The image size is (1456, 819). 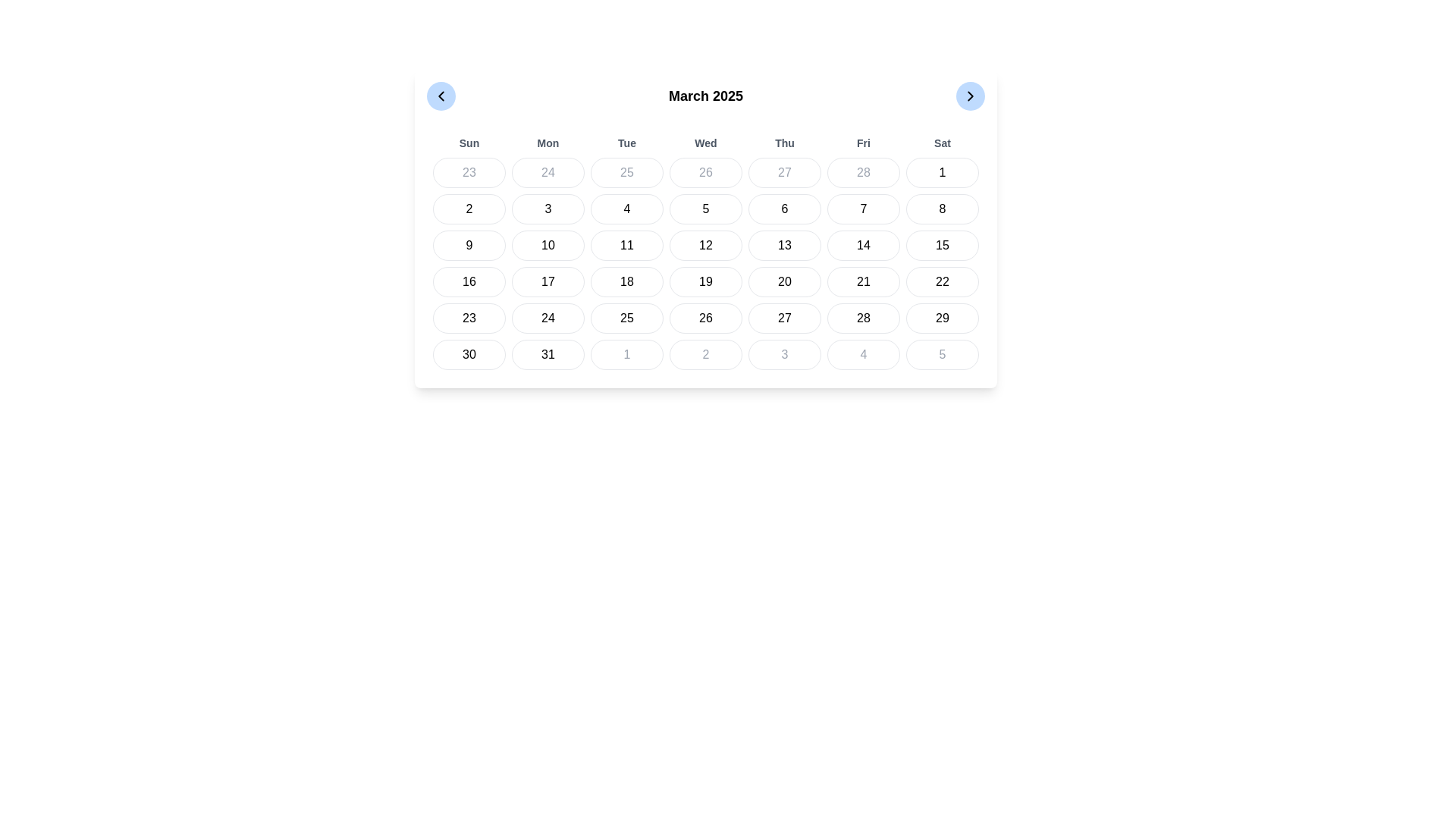 I want to click on the button representing the date '31' in the calendar view, so click(x=548, y=354).